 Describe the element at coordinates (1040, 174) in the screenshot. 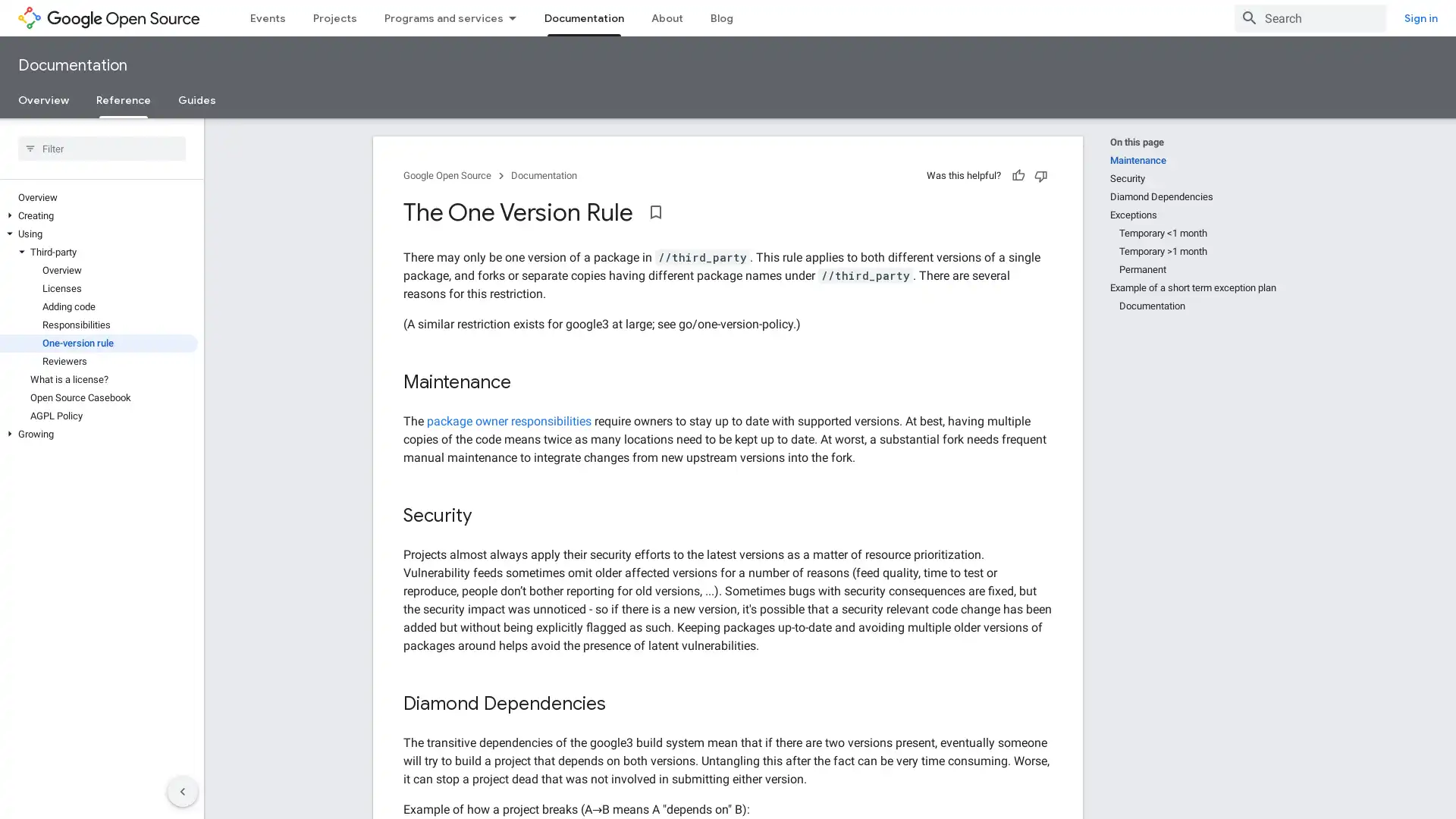

I see `Not helpful` at that location.